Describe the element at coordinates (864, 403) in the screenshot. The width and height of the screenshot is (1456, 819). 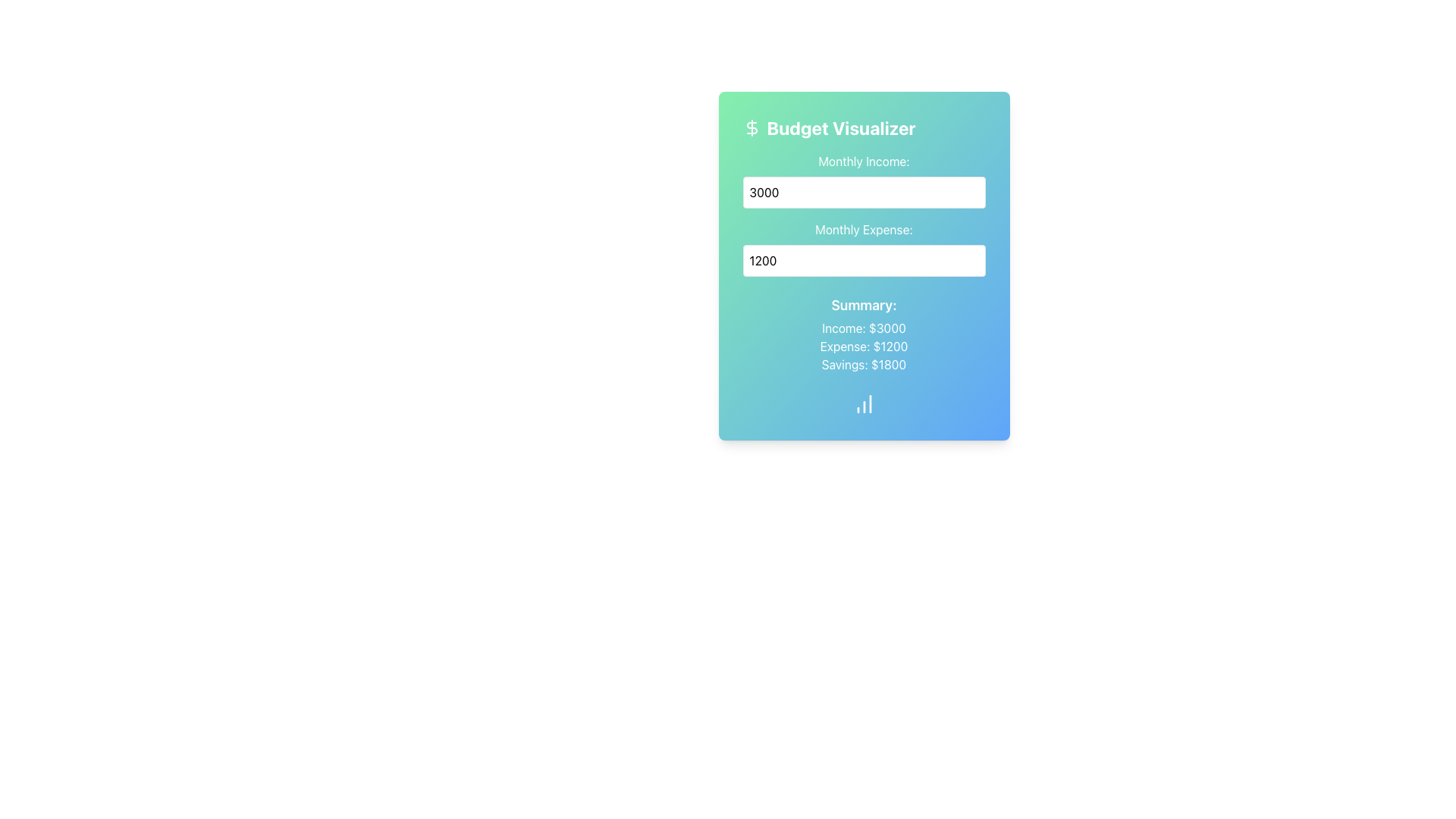
I see `the vertical bar chart icon located at the center bottom of the 'Budget Visualizer' card, which features three bars of varying heights against a gradient blue background` at that location.